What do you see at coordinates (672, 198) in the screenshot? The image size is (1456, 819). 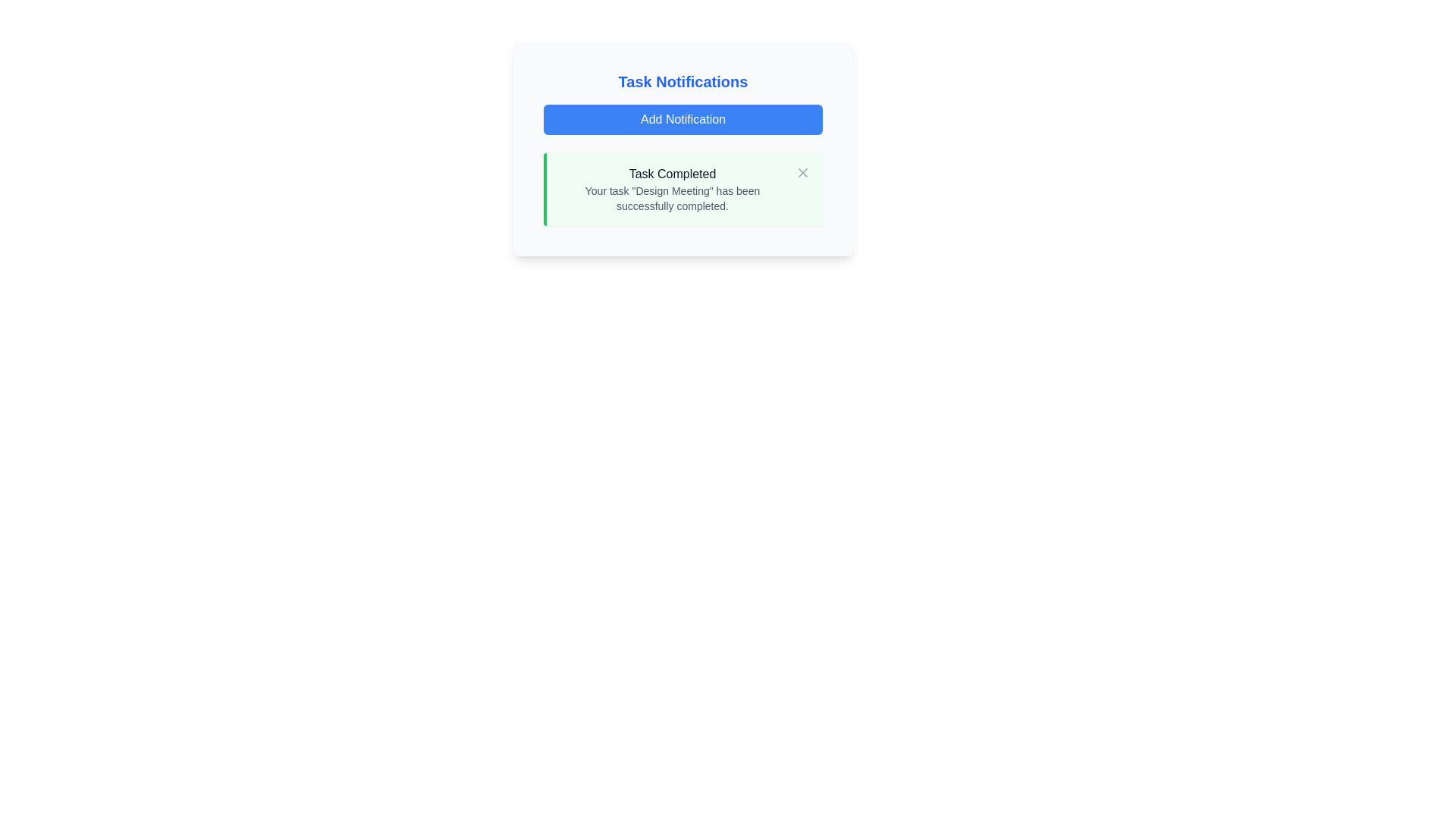 I see `the text block that says 'Your task "Design Meeting" has been successfully completed.' which is styled with a small font size and gray color, located below the heading 'Task Completed.'` at bounding box center [672, 198].